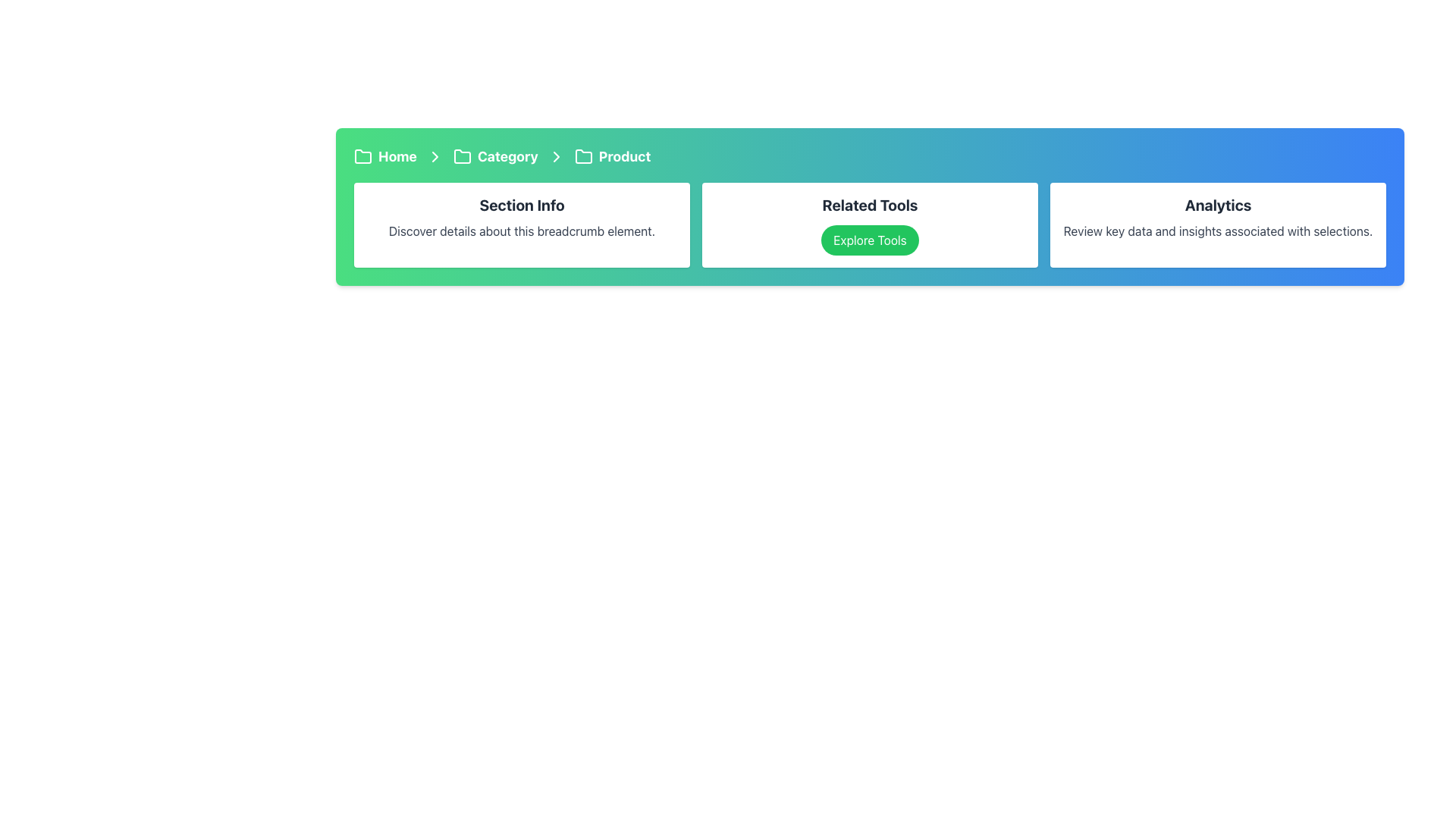 The image size is (1456, 819). Describe the element at coordinates (555, 157) in the screenshot. I see `the chevron arrow icon in the breadcrumb navigation, which is positioned between the text 'Category' and 'Product'` at that location.